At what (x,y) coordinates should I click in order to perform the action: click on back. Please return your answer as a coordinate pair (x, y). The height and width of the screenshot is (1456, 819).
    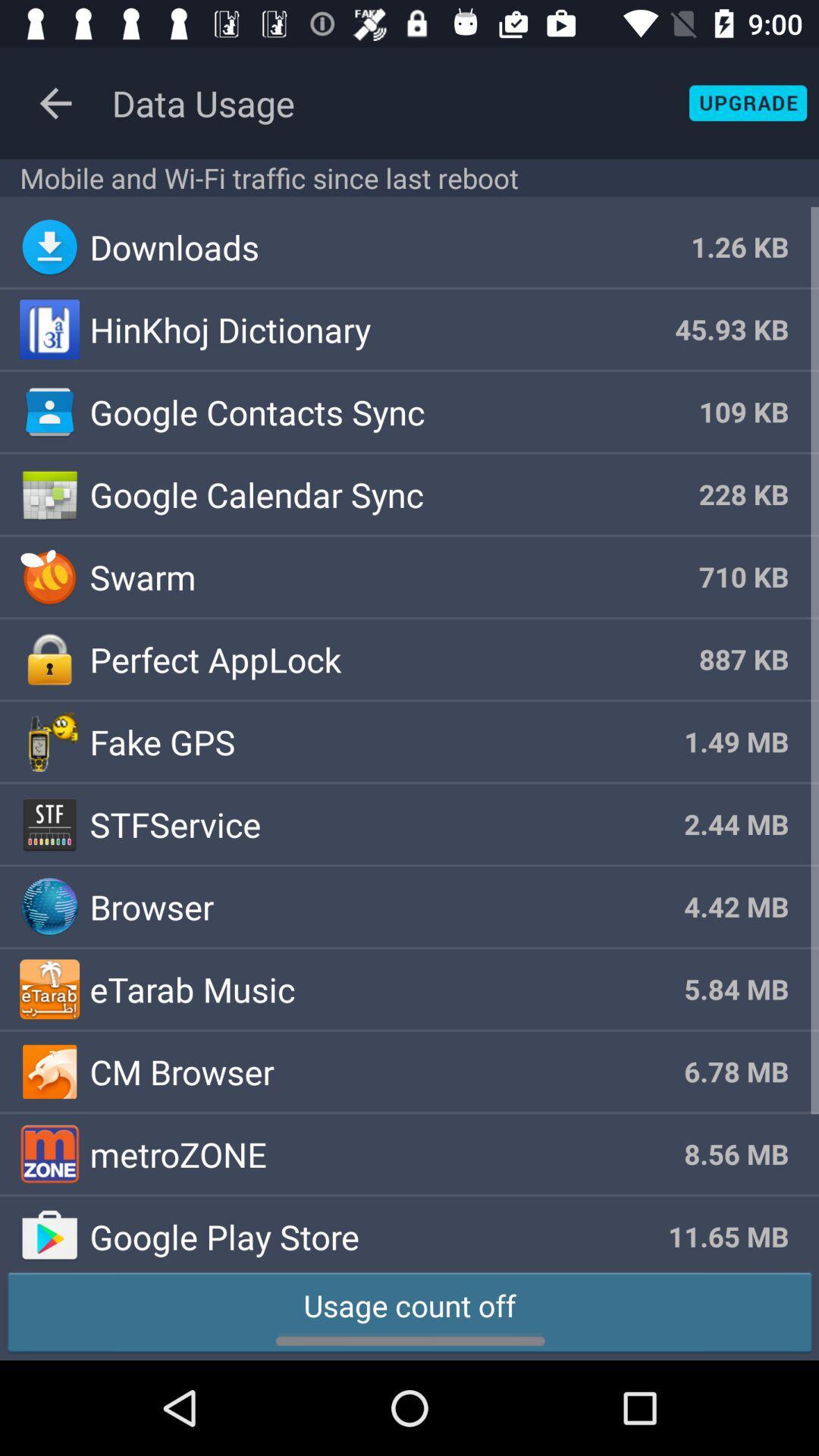
    Looking at the image, I should click on (55, 102).